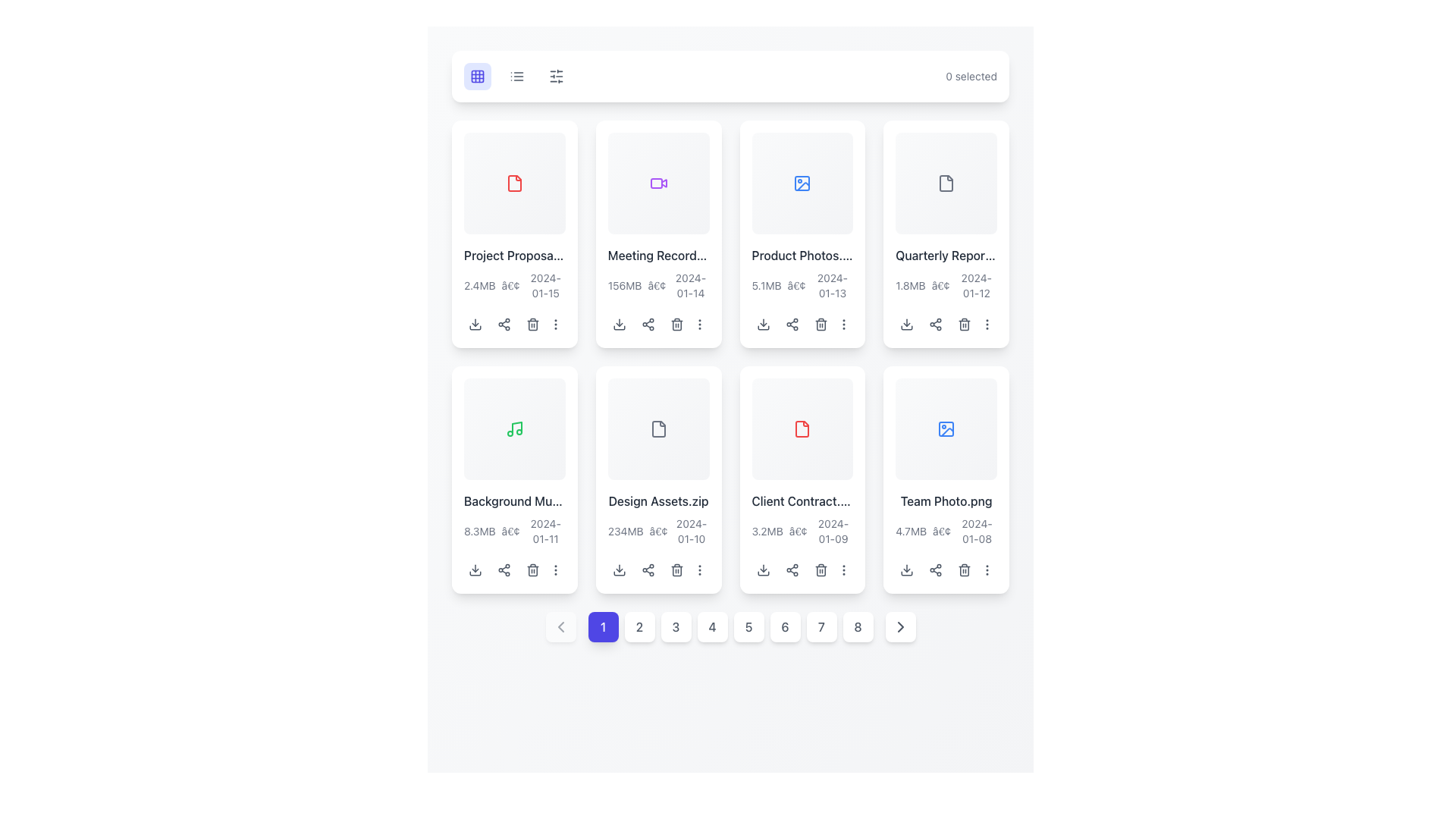 The width and height of the screenshot is (1456, 819). Describe the element at coordinates (514, 285) in the screenshot. I see `the informational text label that provides metadata about the file 'Project Proposal.pdf', located below the main title in the card` at that location.